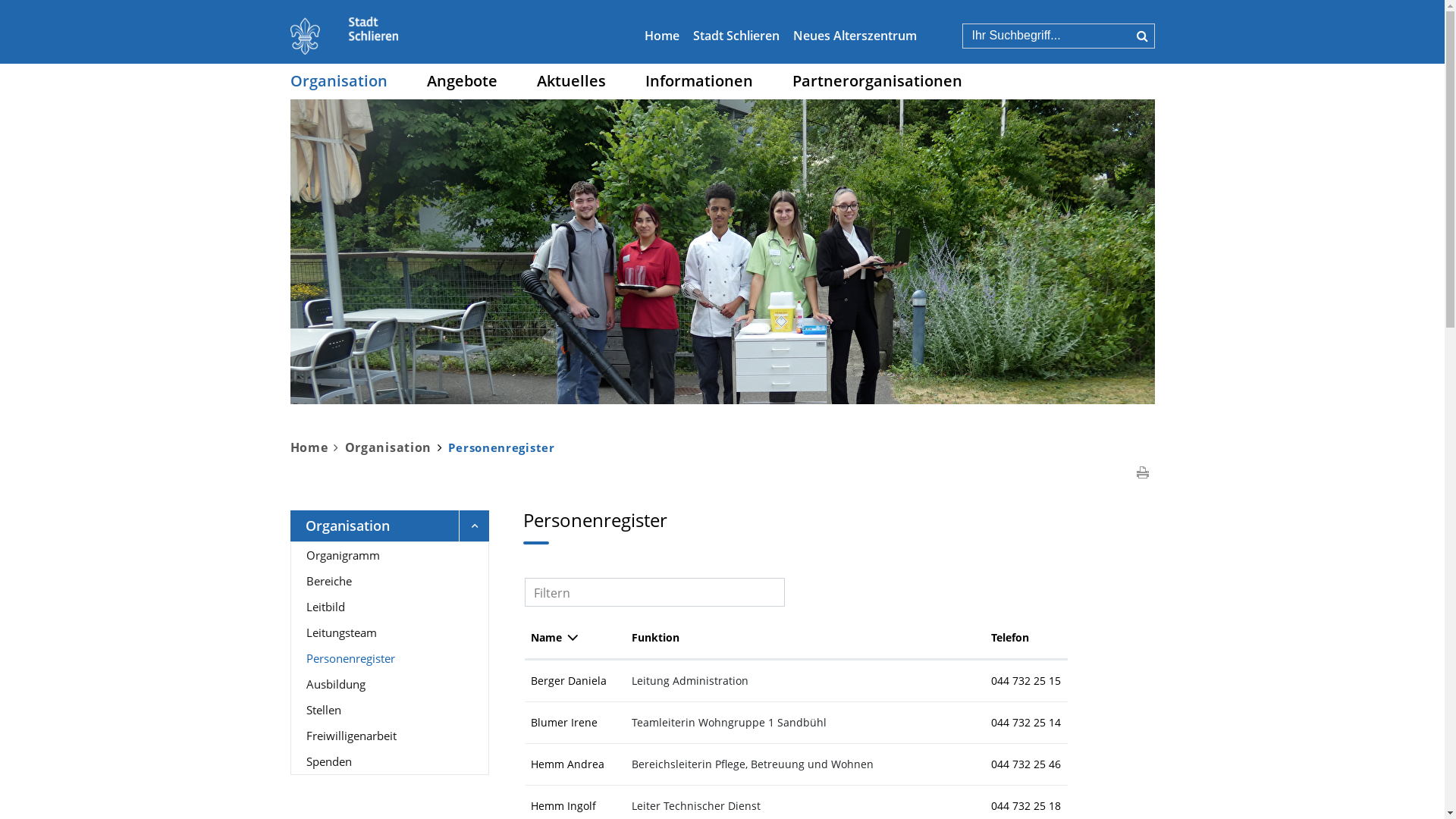 The image size is (1456, 819). What do you see at coordinates (531, 805) in the screenshot?
I see `'Hemm Ingolf'` at bounding box center [531, 805].